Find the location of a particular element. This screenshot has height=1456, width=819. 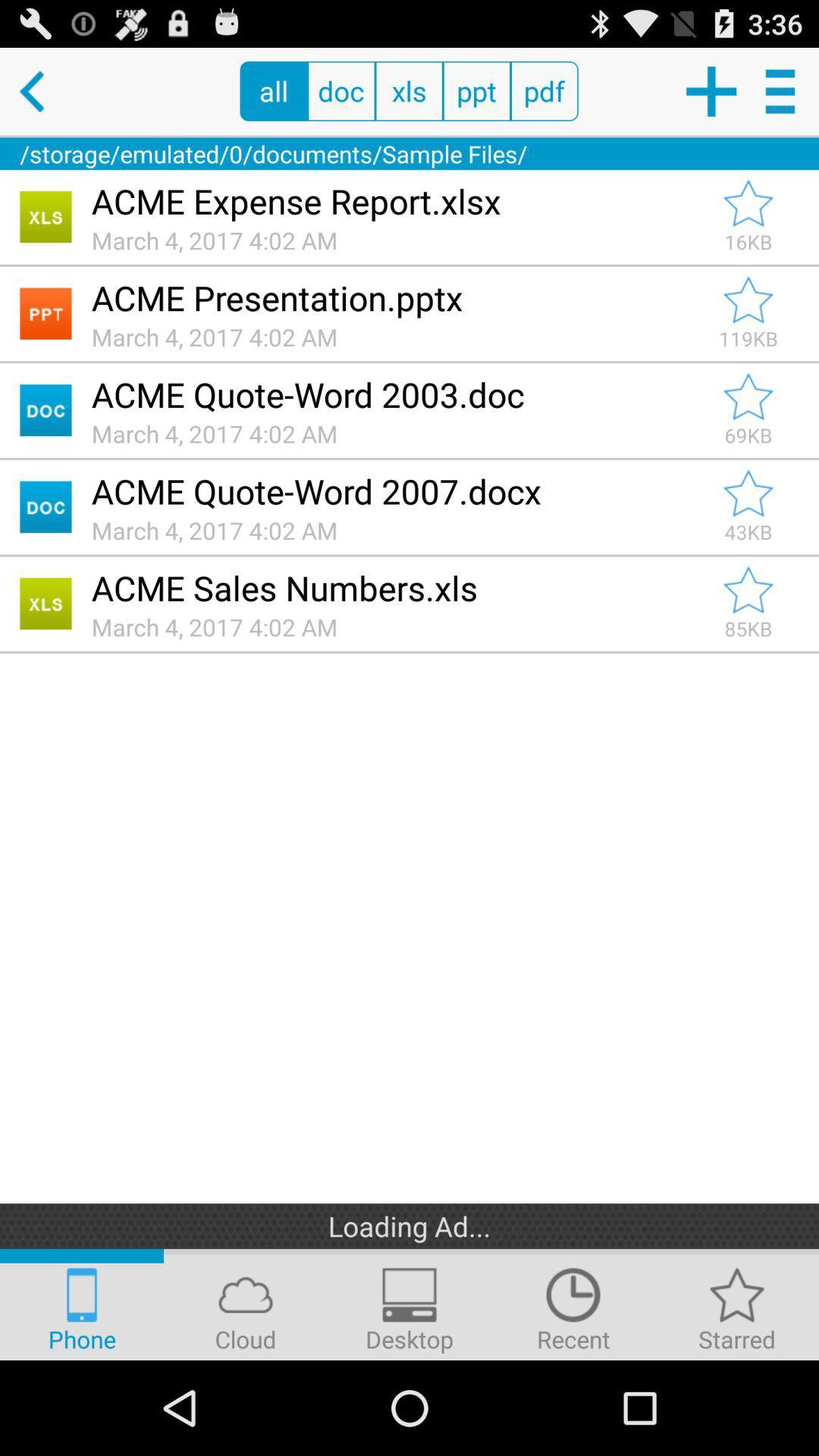

the all is located at coordinates (274, 90).